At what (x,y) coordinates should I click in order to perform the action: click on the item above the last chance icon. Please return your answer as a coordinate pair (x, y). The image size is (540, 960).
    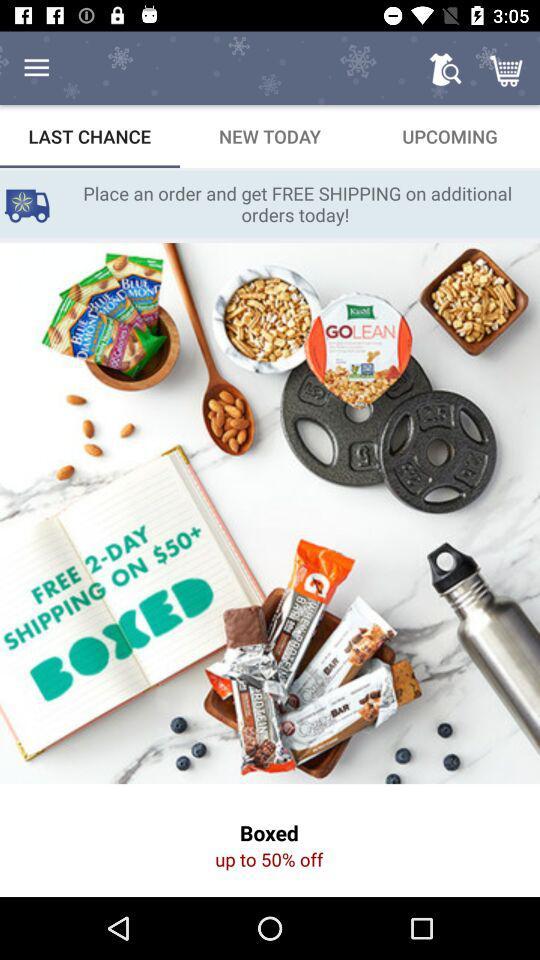
    Looking at the image, I should click on (36, 68).